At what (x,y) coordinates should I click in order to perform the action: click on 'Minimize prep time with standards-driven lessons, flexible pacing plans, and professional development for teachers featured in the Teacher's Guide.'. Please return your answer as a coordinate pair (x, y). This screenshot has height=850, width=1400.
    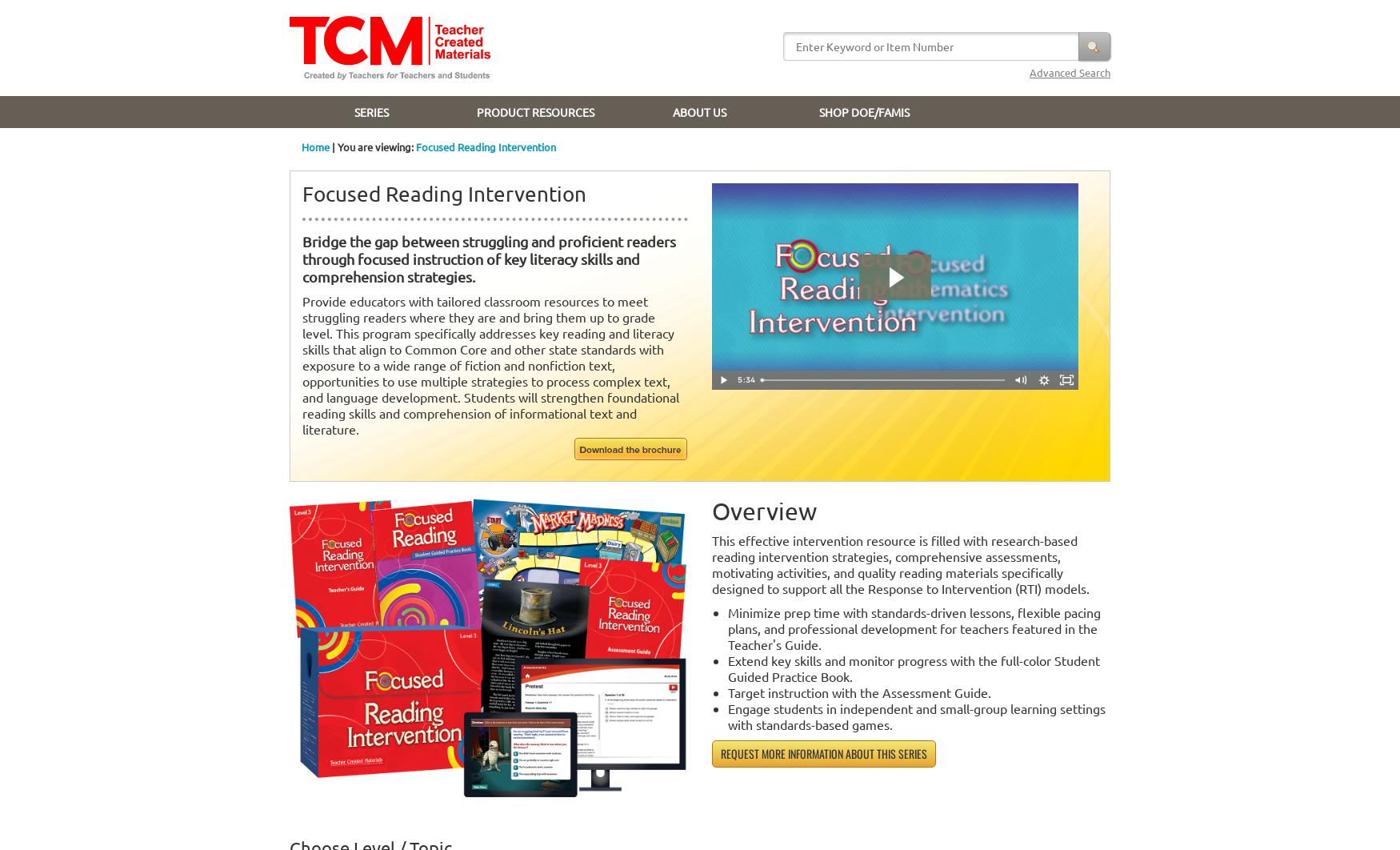
    Looking at the image, I should click on (913, 628).